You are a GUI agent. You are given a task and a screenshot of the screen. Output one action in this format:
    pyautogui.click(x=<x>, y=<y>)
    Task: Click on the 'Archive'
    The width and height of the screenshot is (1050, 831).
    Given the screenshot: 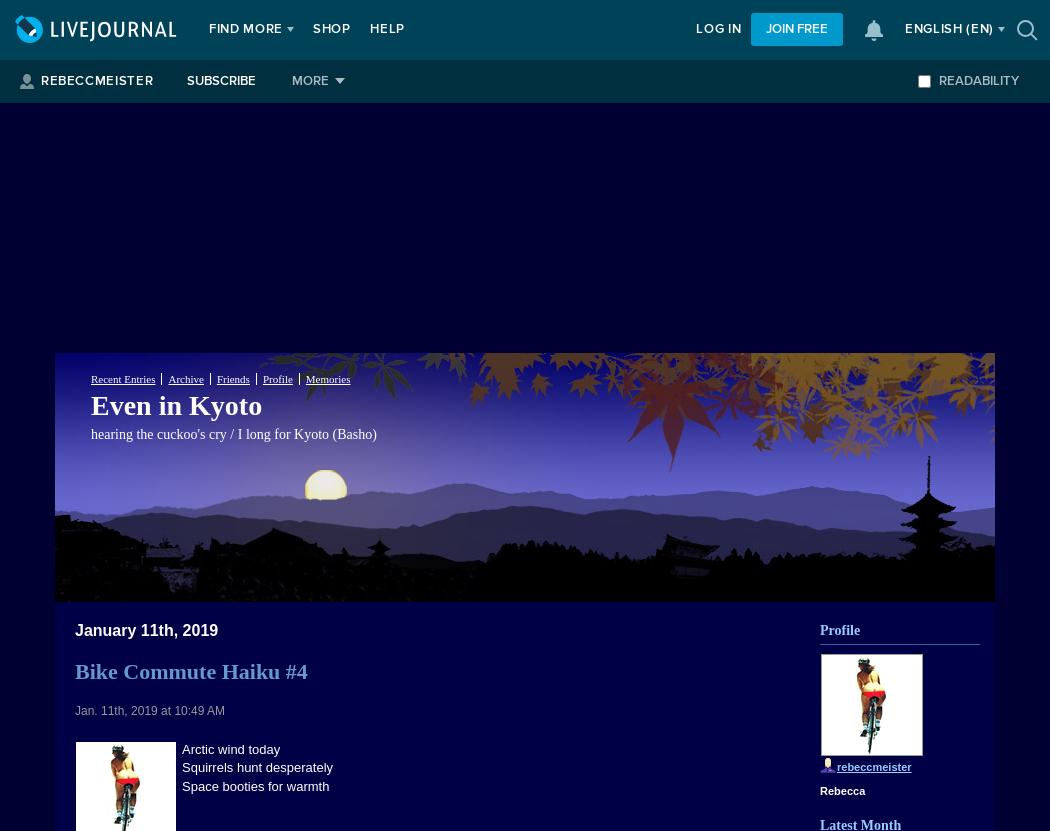 What is the action you would take?
    pyautogui.click(x=185, y=379)
    